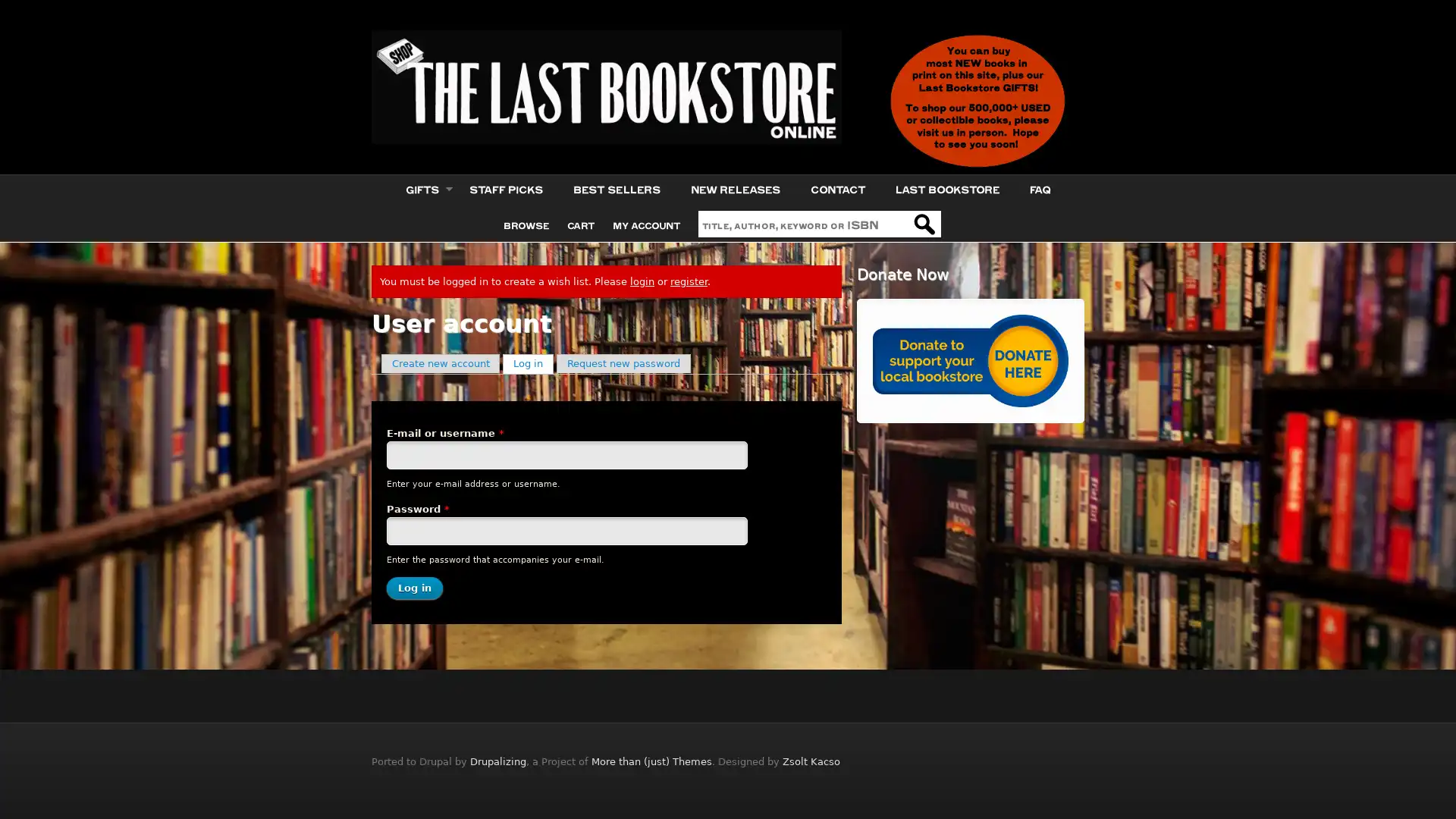 This screenshot has width=1456, height=819. I want to click on Log in, so click(415, 587).